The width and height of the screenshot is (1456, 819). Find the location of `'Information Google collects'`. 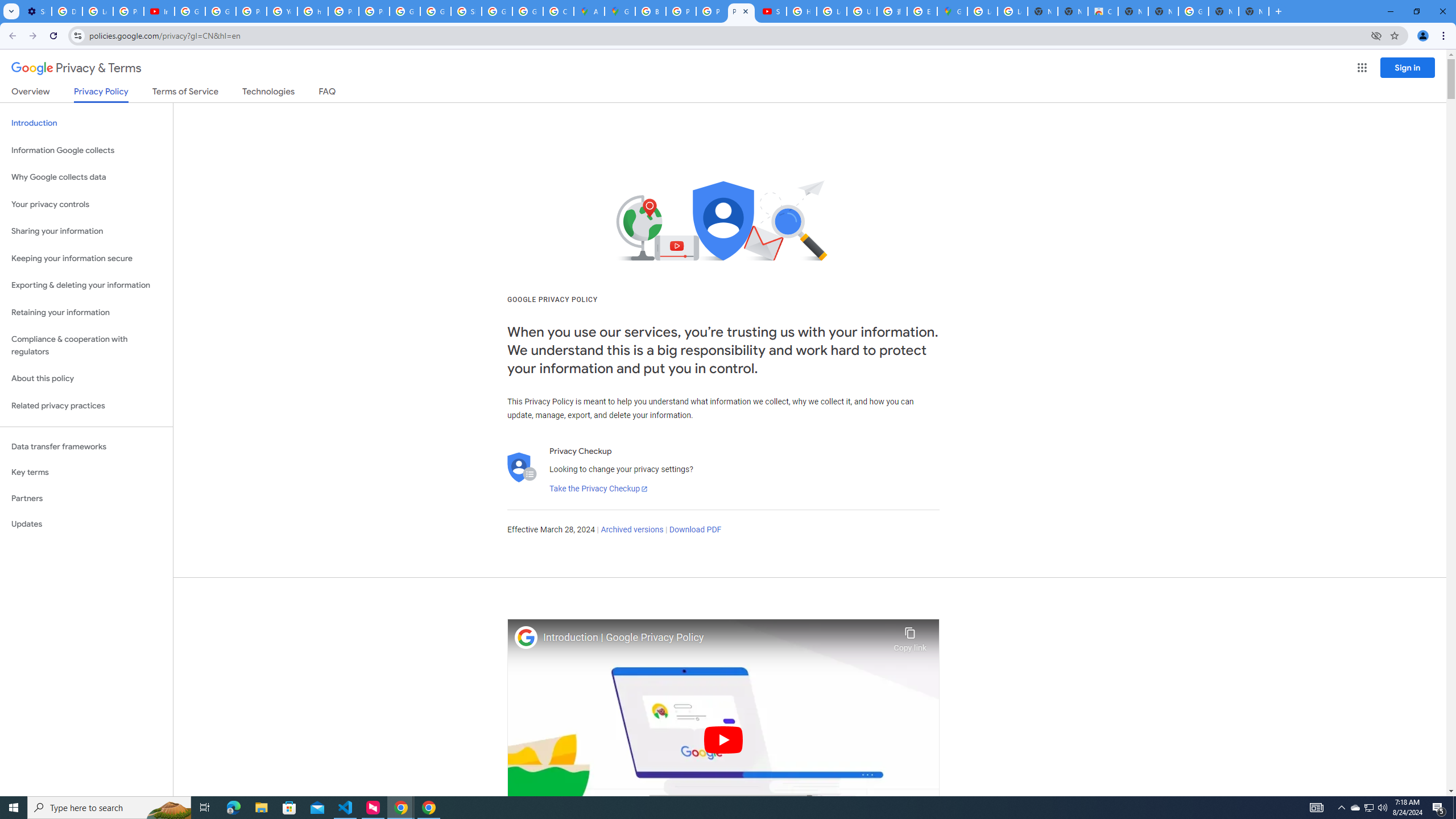

'Information Google collects' is located at coordinates (86, 150).